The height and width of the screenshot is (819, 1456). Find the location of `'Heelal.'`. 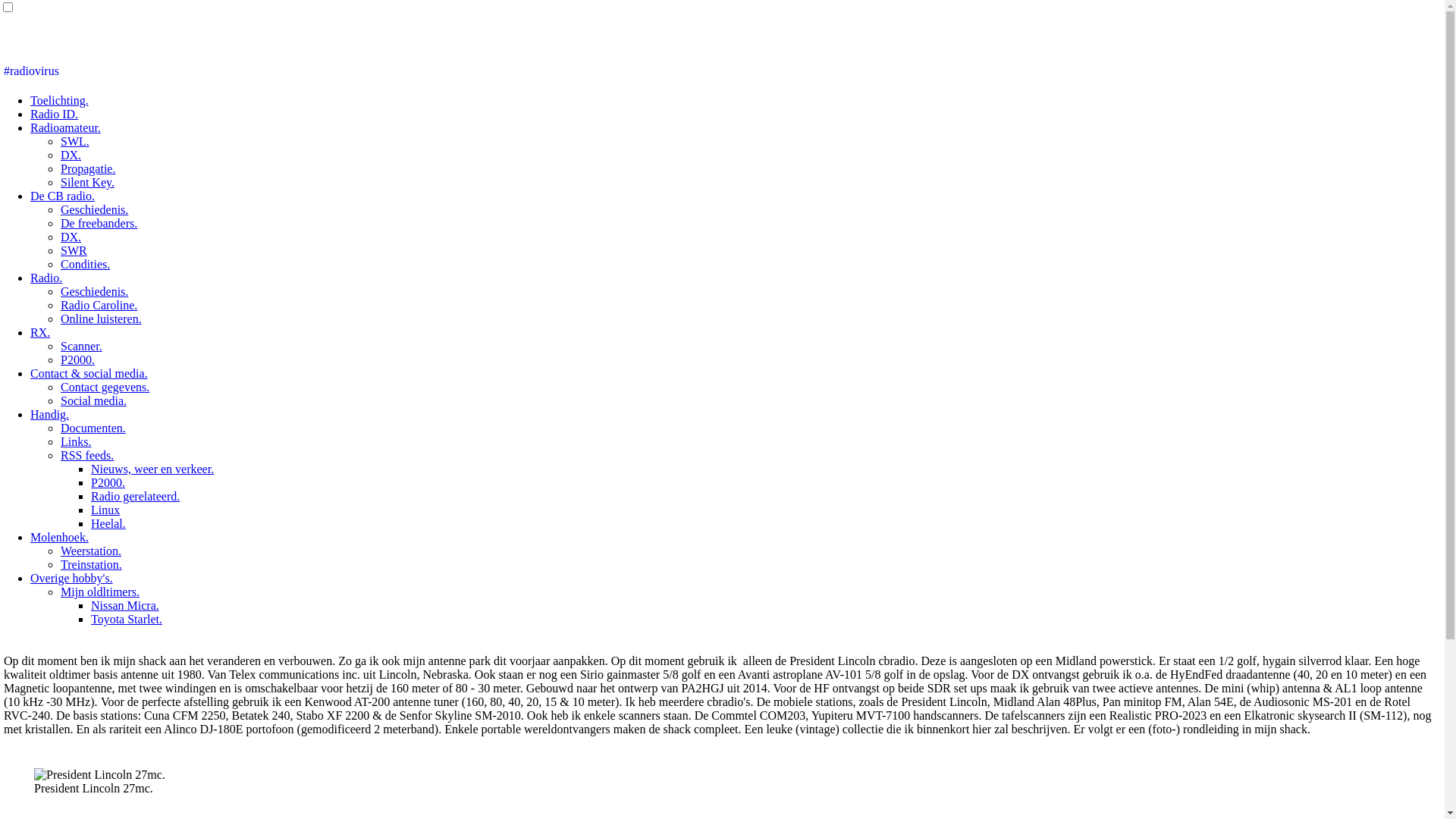

'Heelal.' is located at coordinates (108, 522).